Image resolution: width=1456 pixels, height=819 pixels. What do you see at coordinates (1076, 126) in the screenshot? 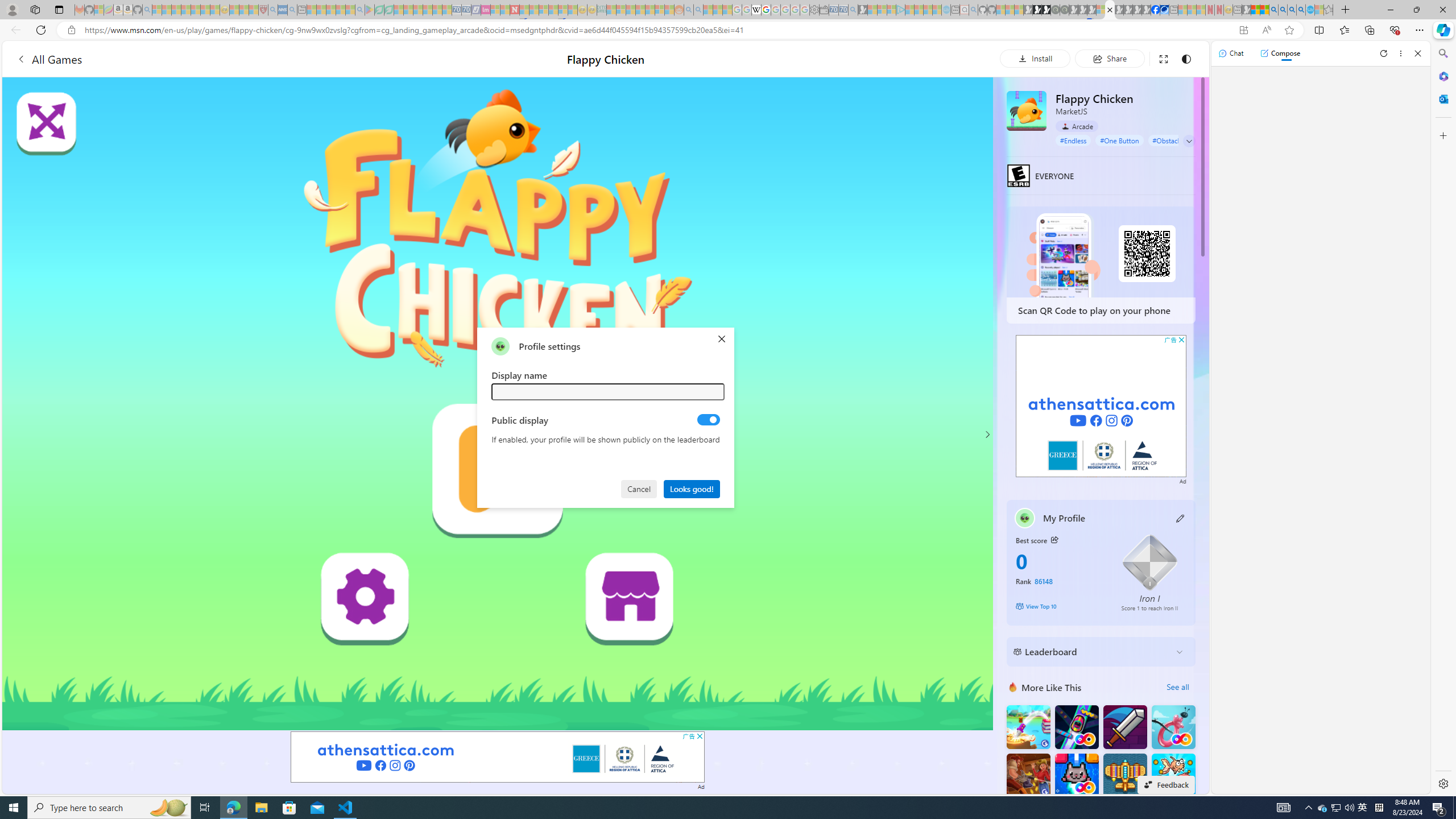
I see `'Arcade'` at bounding box center [1076, 126].